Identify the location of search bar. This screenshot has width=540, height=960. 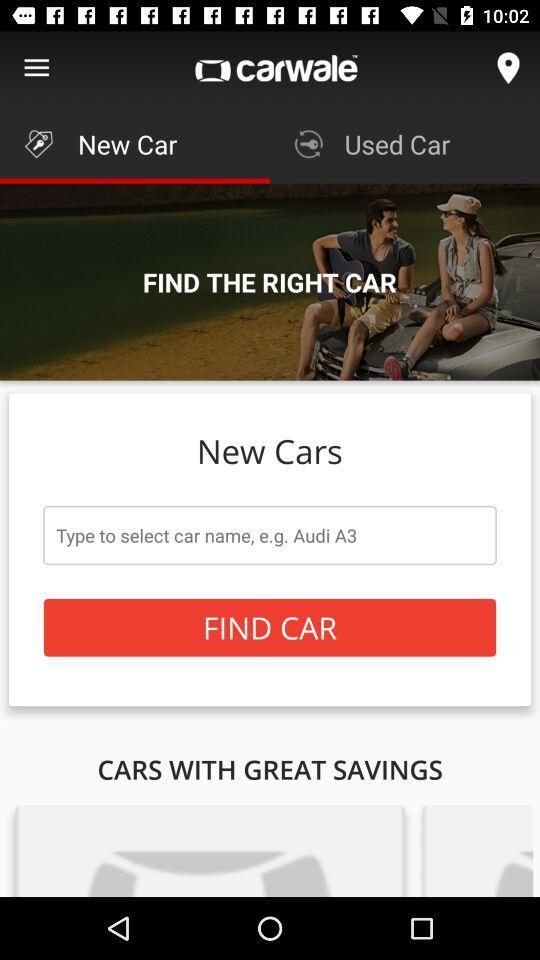
(270, 534).